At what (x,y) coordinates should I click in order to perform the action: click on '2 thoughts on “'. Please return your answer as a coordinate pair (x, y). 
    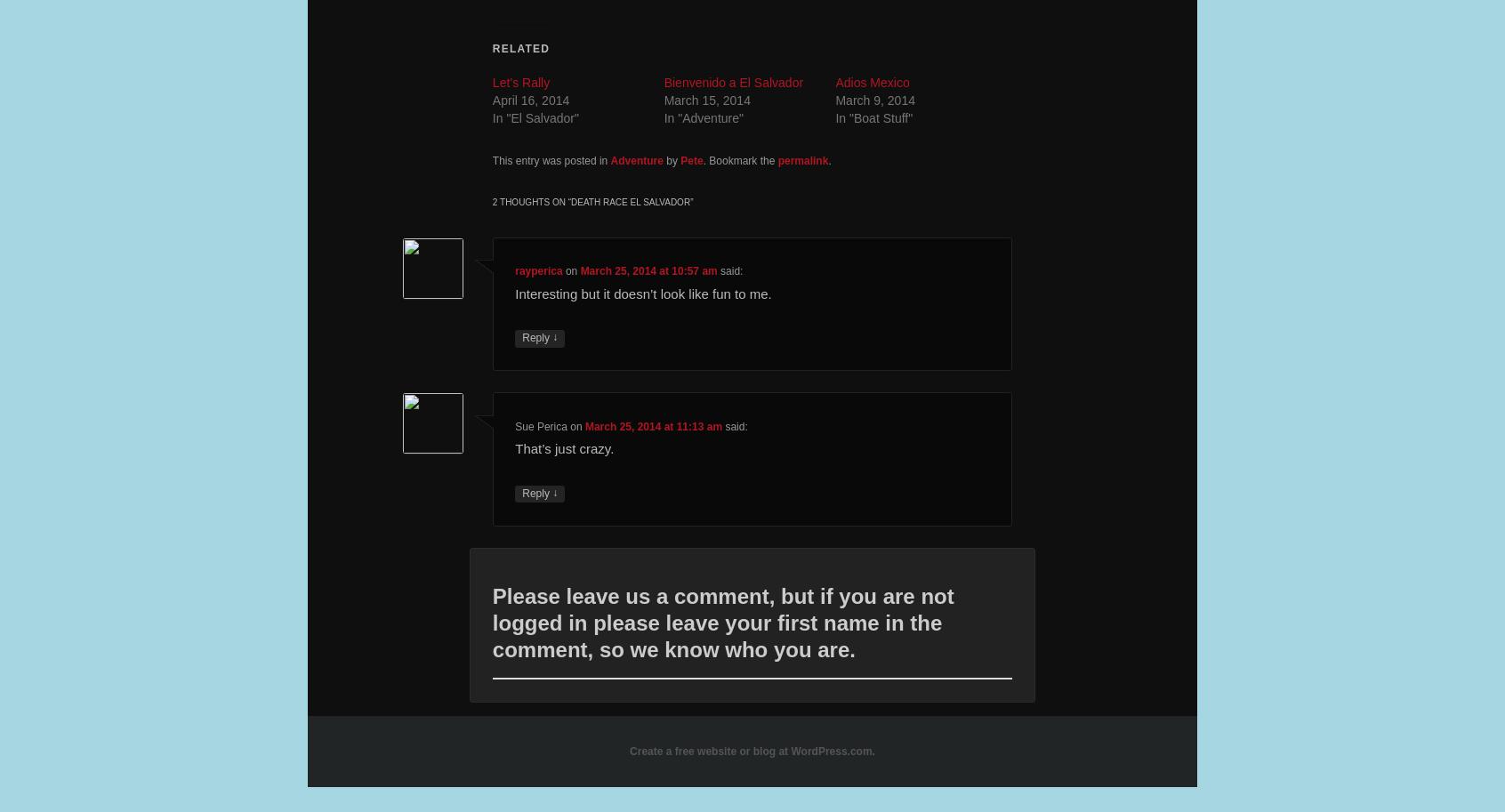
    Looking at the image, I should click on (530, 200).